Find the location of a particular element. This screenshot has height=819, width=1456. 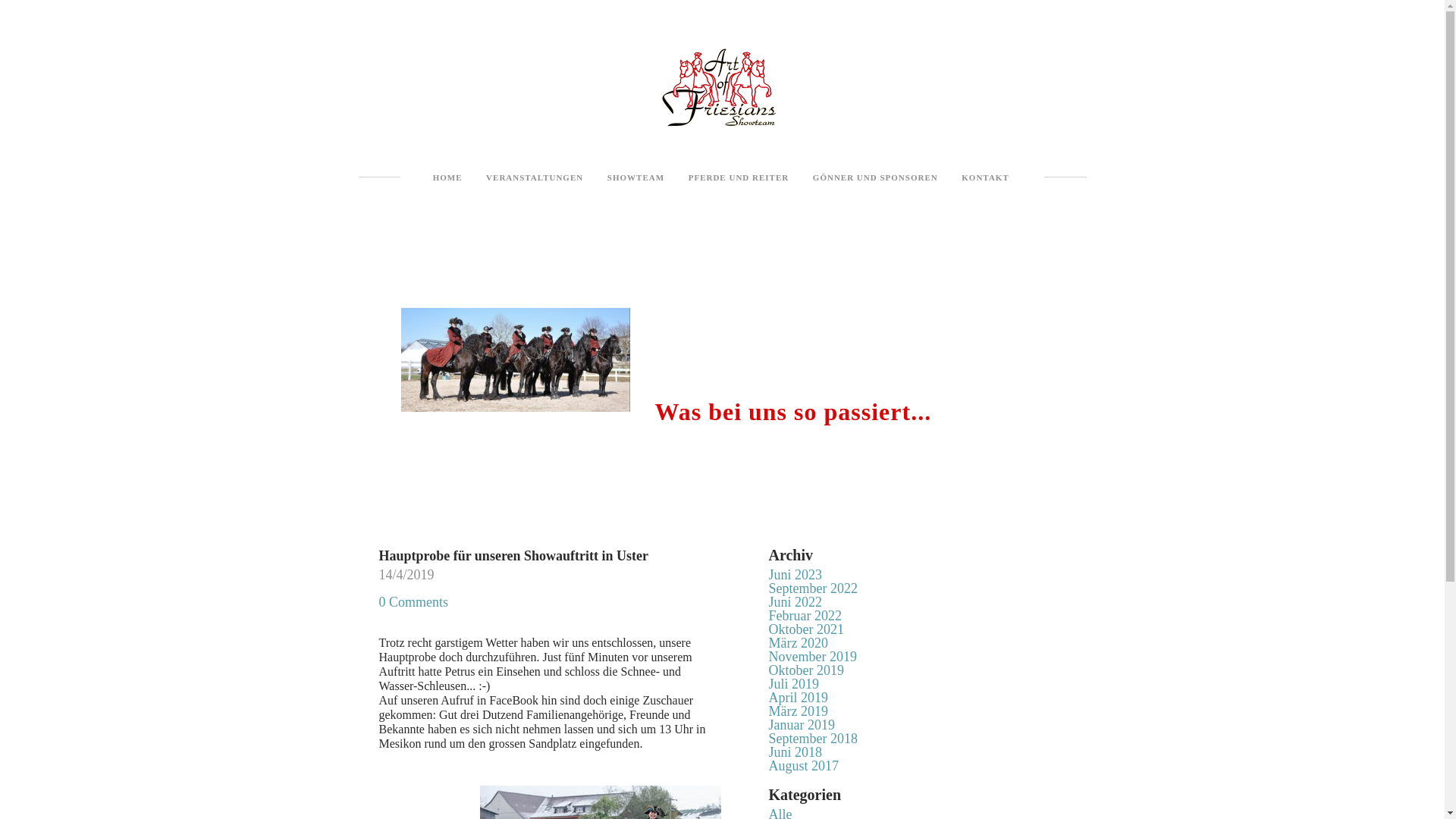

'Februar 2022' is located at coordinates (804, 616).